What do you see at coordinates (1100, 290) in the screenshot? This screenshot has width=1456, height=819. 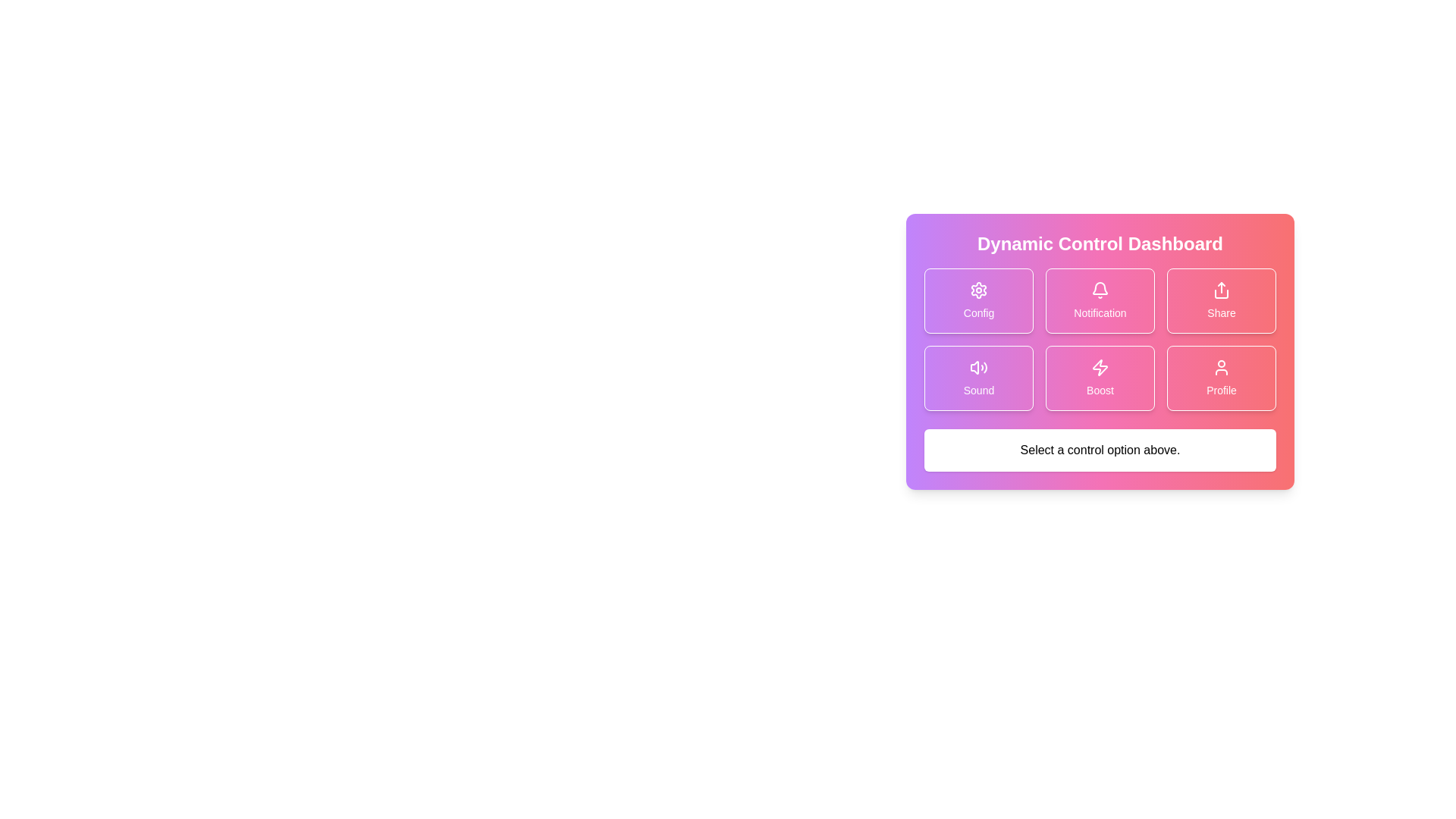 I see `the notification icon located at the upper center part of the 'Notification' button on the Dynamic Control Dashboard` at bounding box center [1100, 290].